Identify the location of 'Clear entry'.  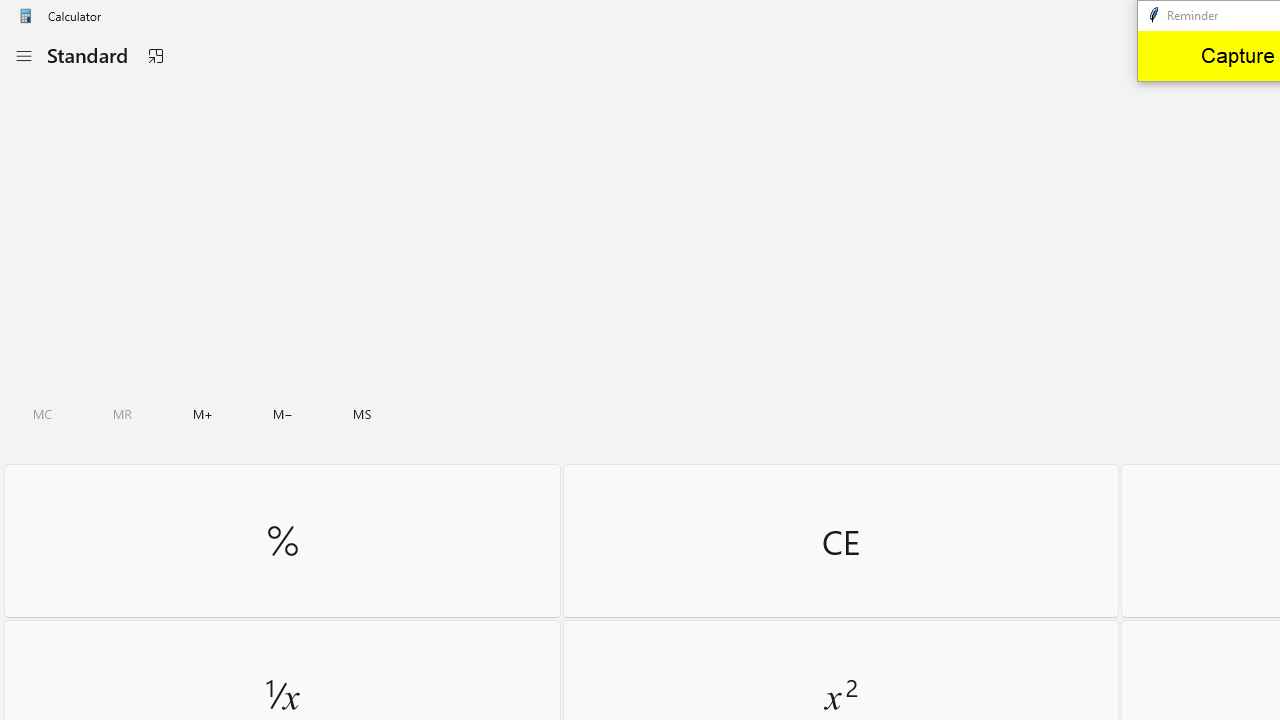
(840, 540).